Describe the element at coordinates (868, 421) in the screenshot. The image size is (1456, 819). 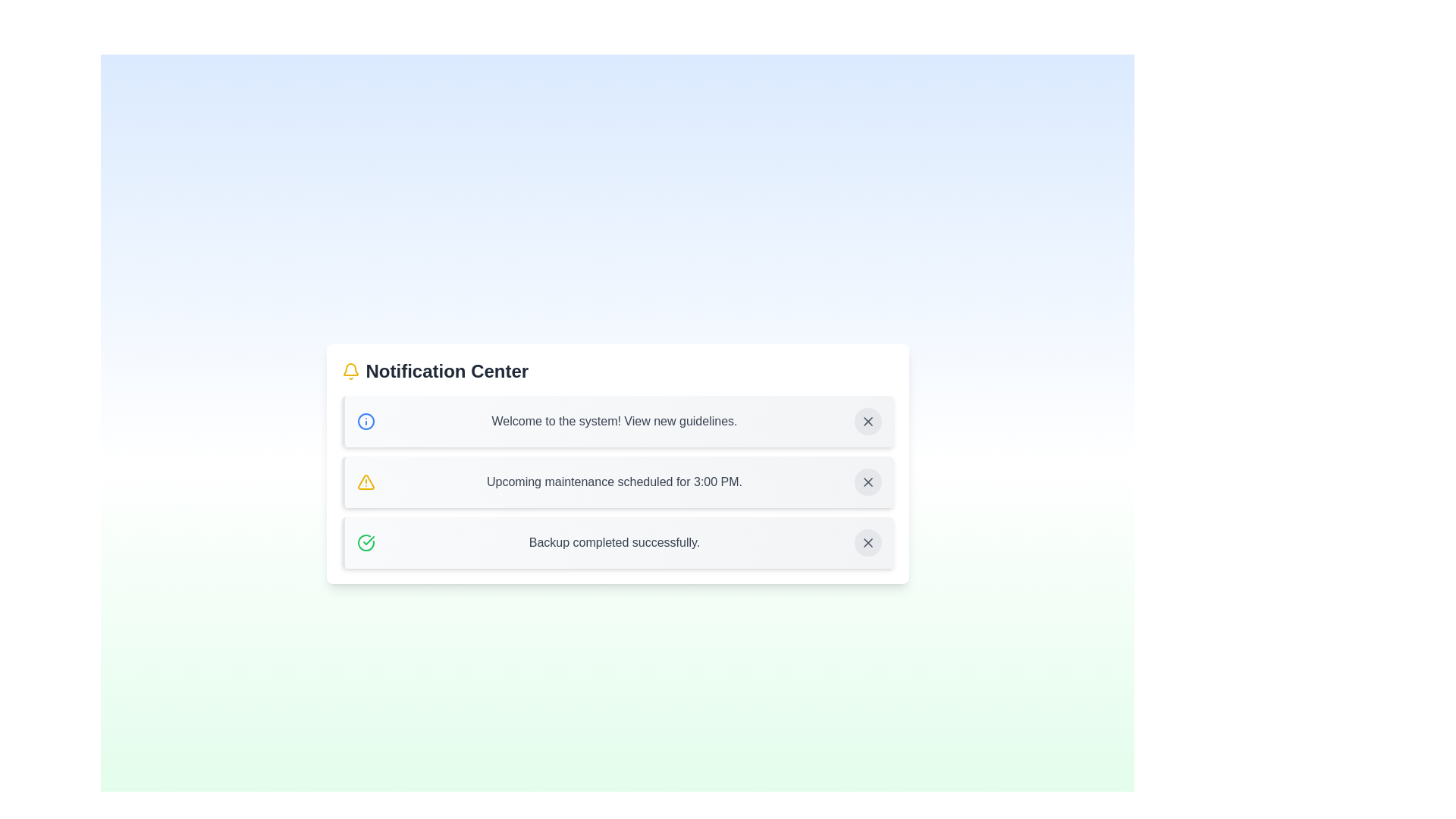
I see `the close icon button located in the top-right corner of the notification box` at that location.